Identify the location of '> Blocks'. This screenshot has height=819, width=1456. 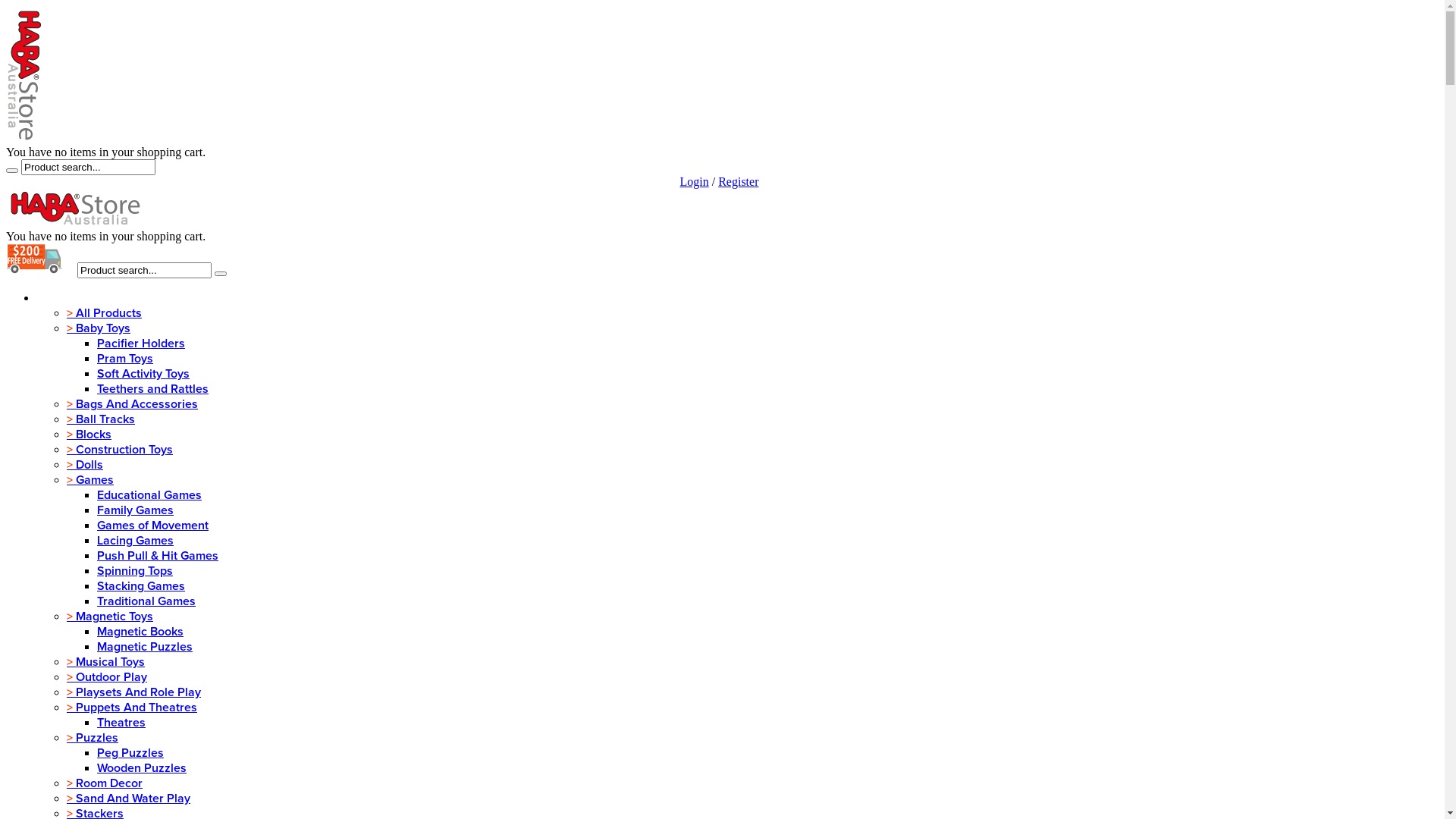
(65, 435).